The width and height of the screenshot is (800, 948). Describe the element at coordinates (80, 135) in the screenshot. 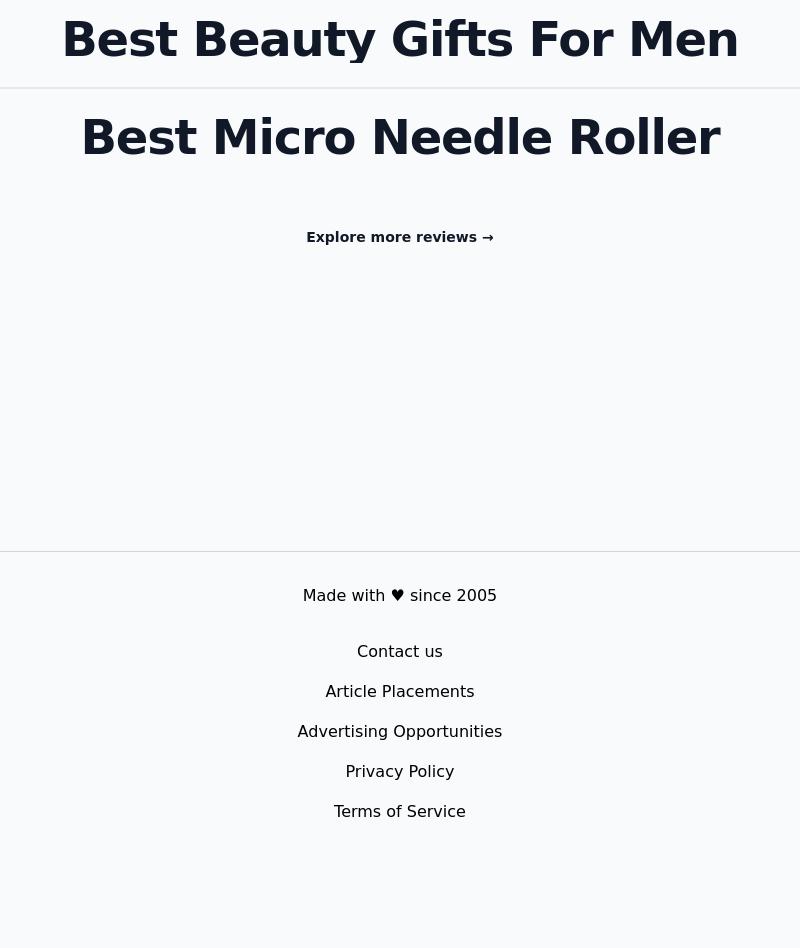

I see `'Best Micro Needle Roller'` at that location.